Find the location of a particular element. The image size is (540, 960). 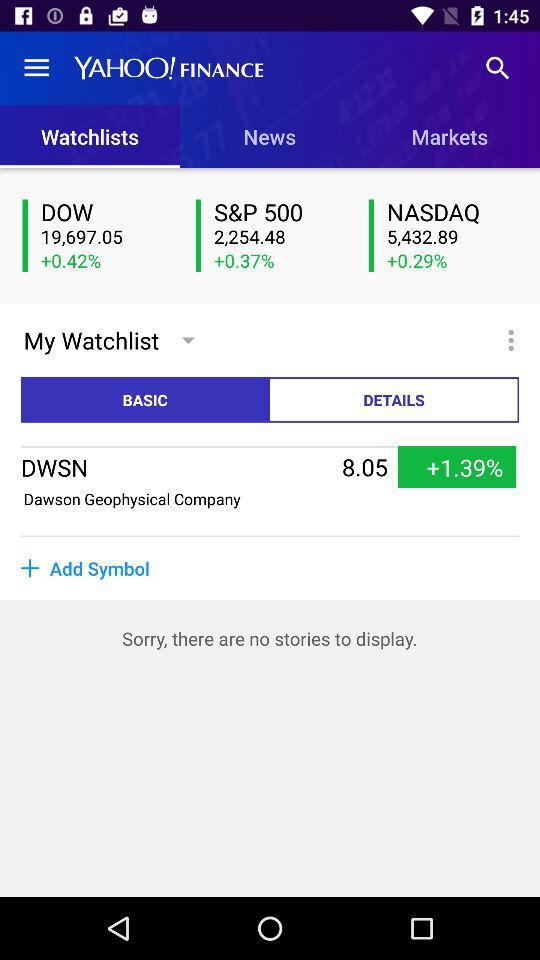

+1.39% icon is located at coordinates (457, 467).